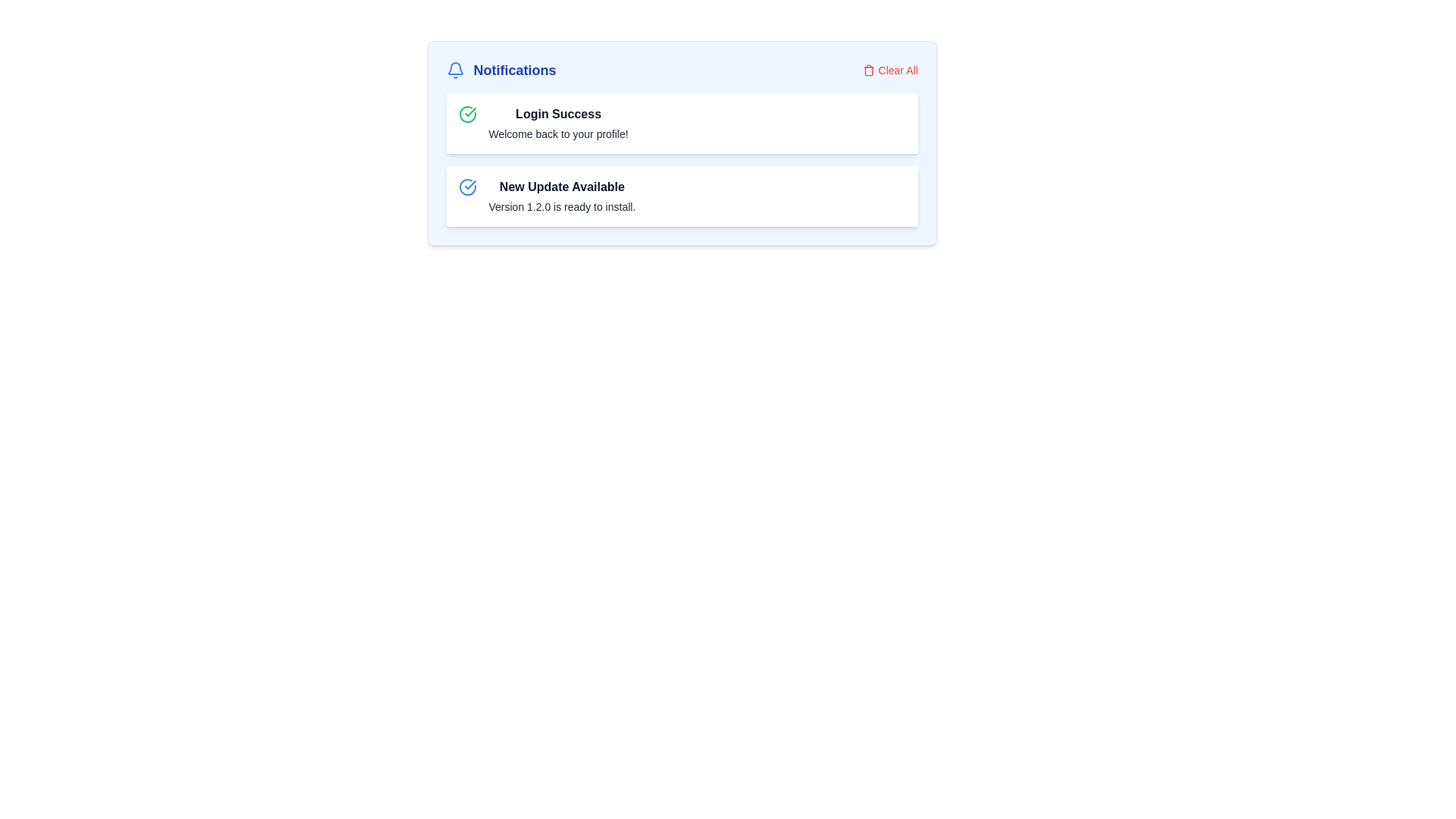  What do you see at coordinates (466, 113) in the screenshot?
I see `the leftmost circular SVG graphic with a green outline in the 'Login Success' notification under the 'Notifications' section` at bounding box center [466, 113].